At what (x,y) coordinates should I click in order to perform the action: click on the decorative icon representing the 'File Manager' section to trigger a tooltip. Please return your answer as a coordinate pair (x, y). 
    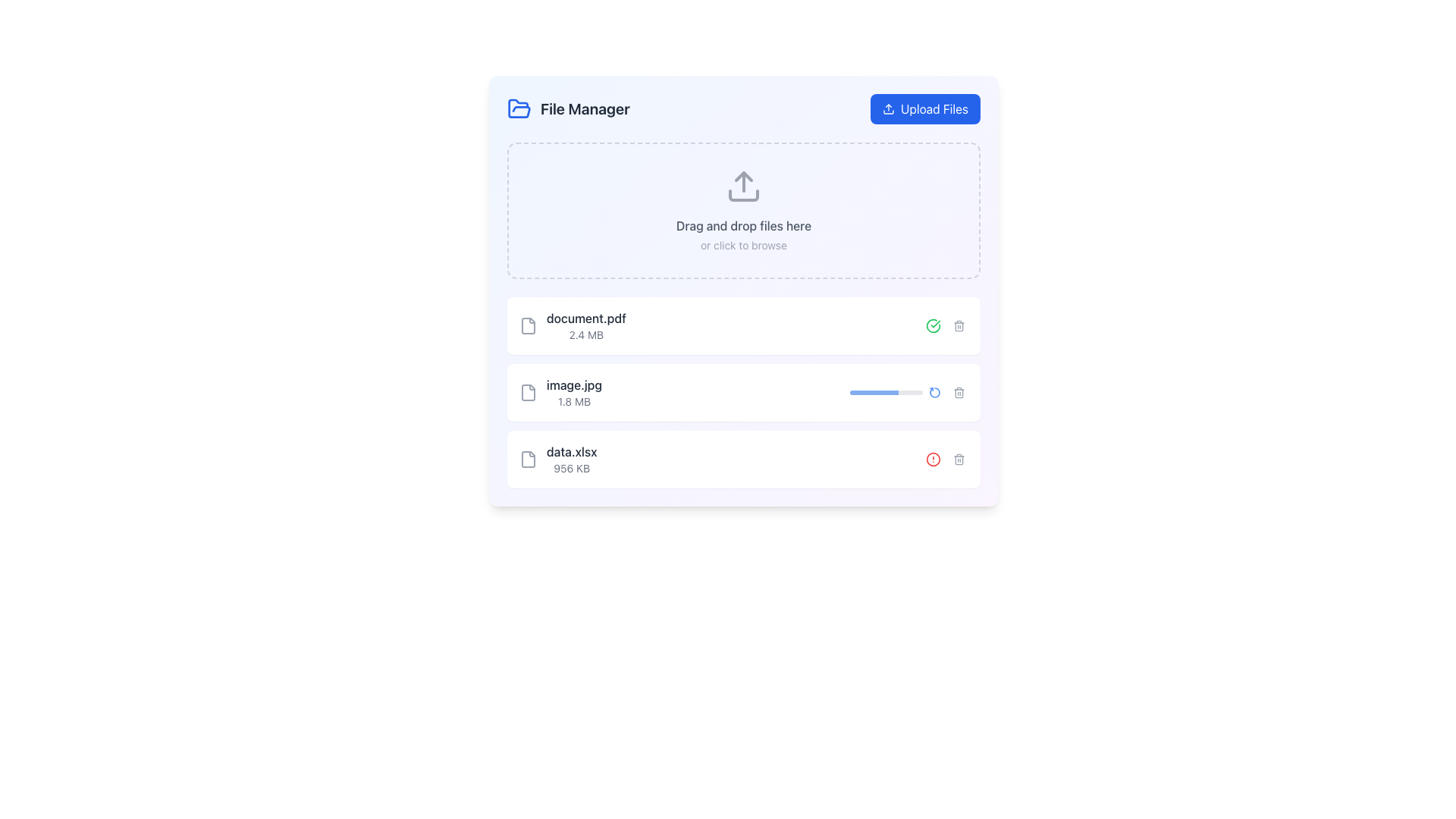
    Looking at the image, I should click on (519, 108).